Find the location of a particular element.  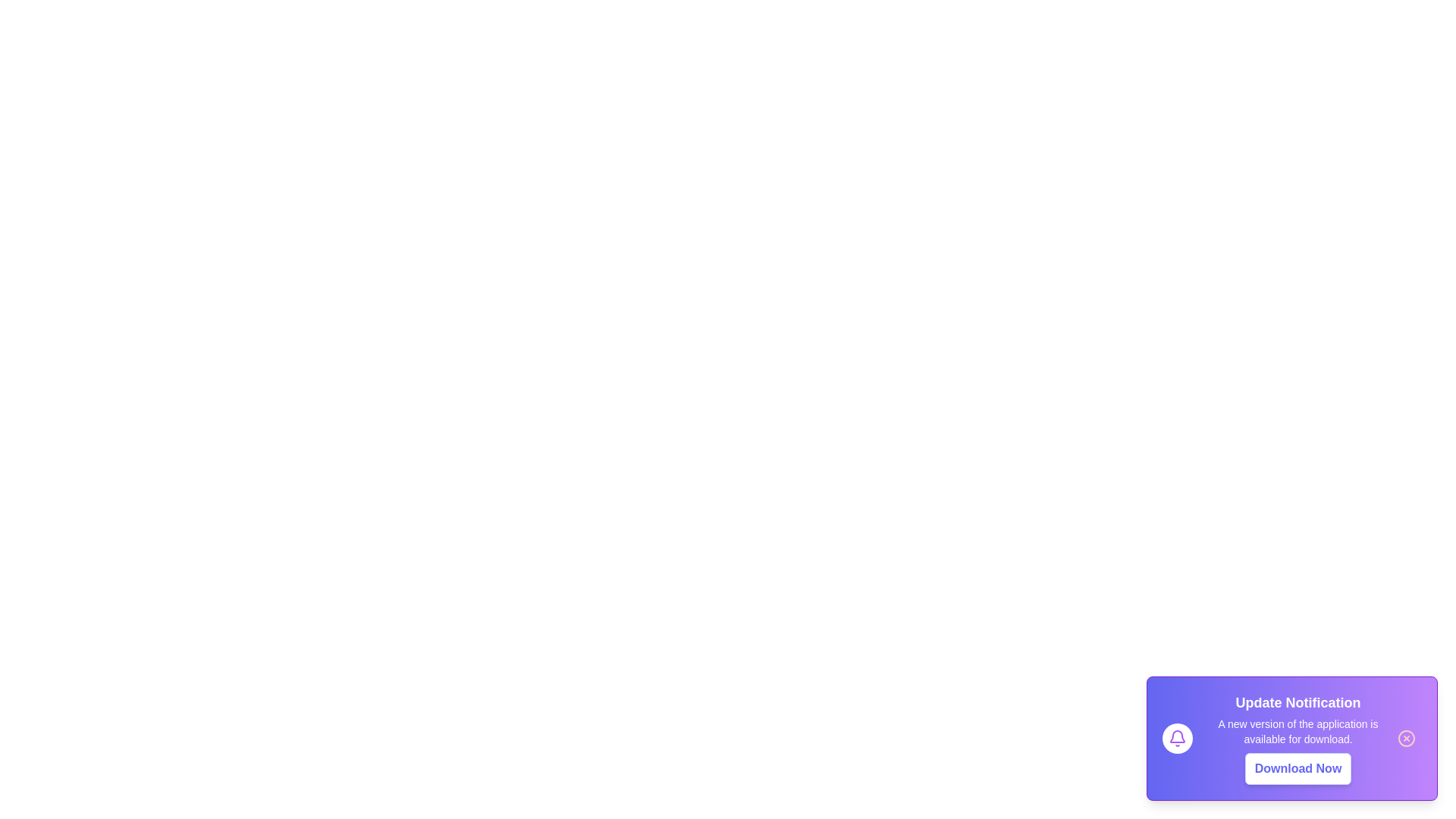

the close button (cross icon) in the notification to close it is located at coordinates (1405, 738).